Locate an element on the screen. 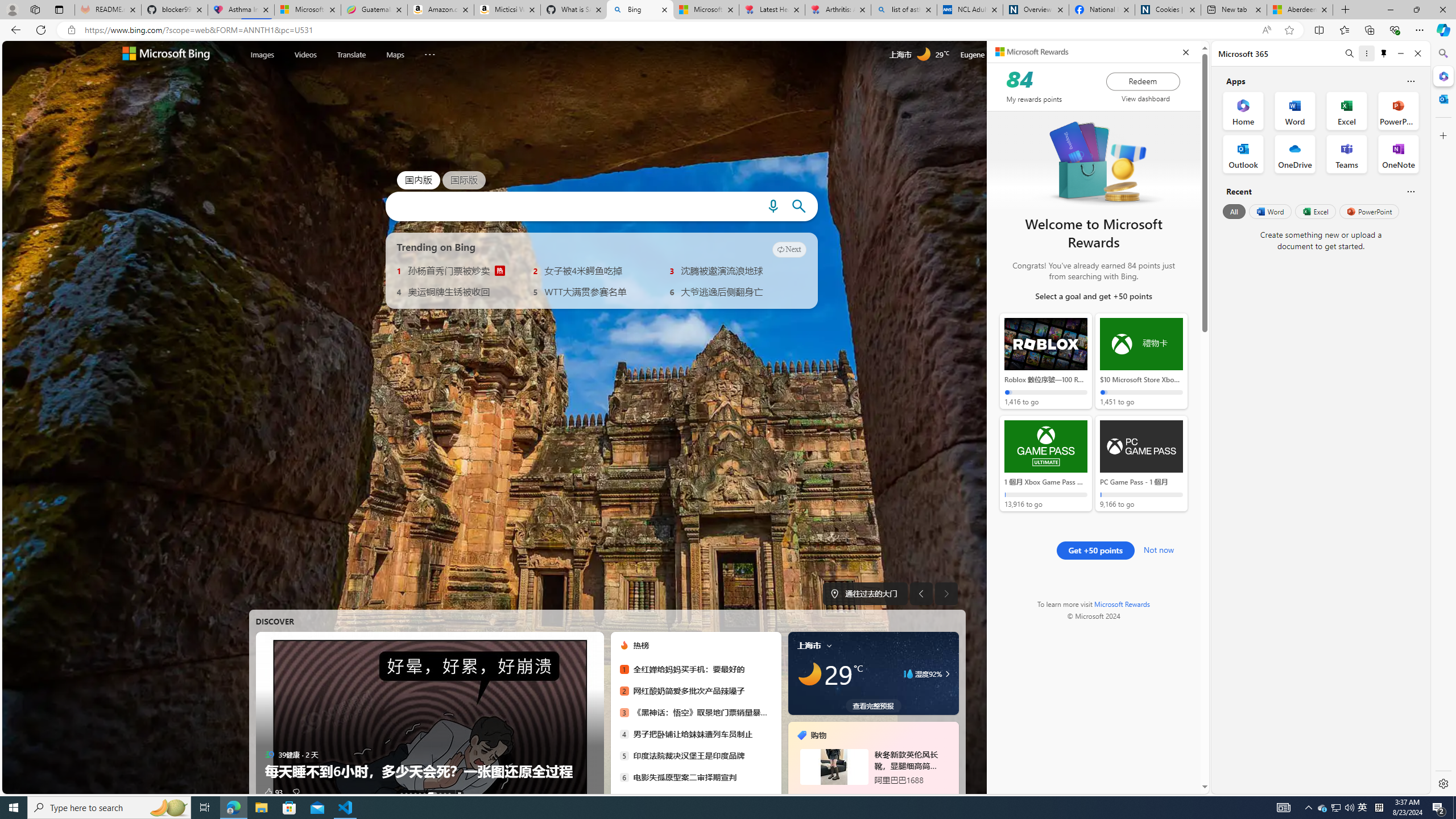 This screenshot has width=1456, height=819. 'list of asthma inhalers uk - Search' is located at coordinates (904, 9).